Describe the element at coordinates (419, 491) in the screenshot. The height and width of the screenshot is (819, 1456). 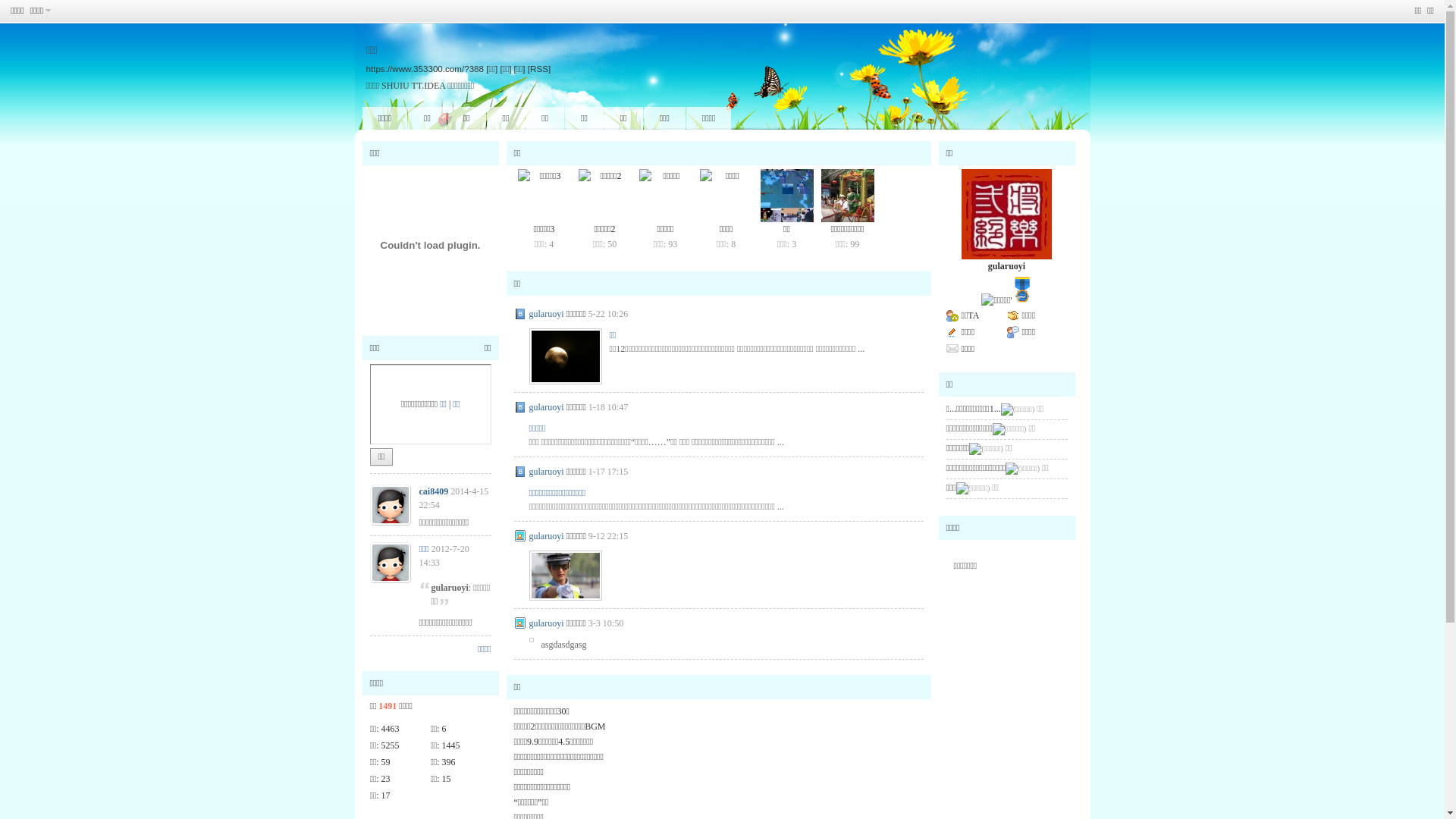
I see `'cai8409'` at that location.